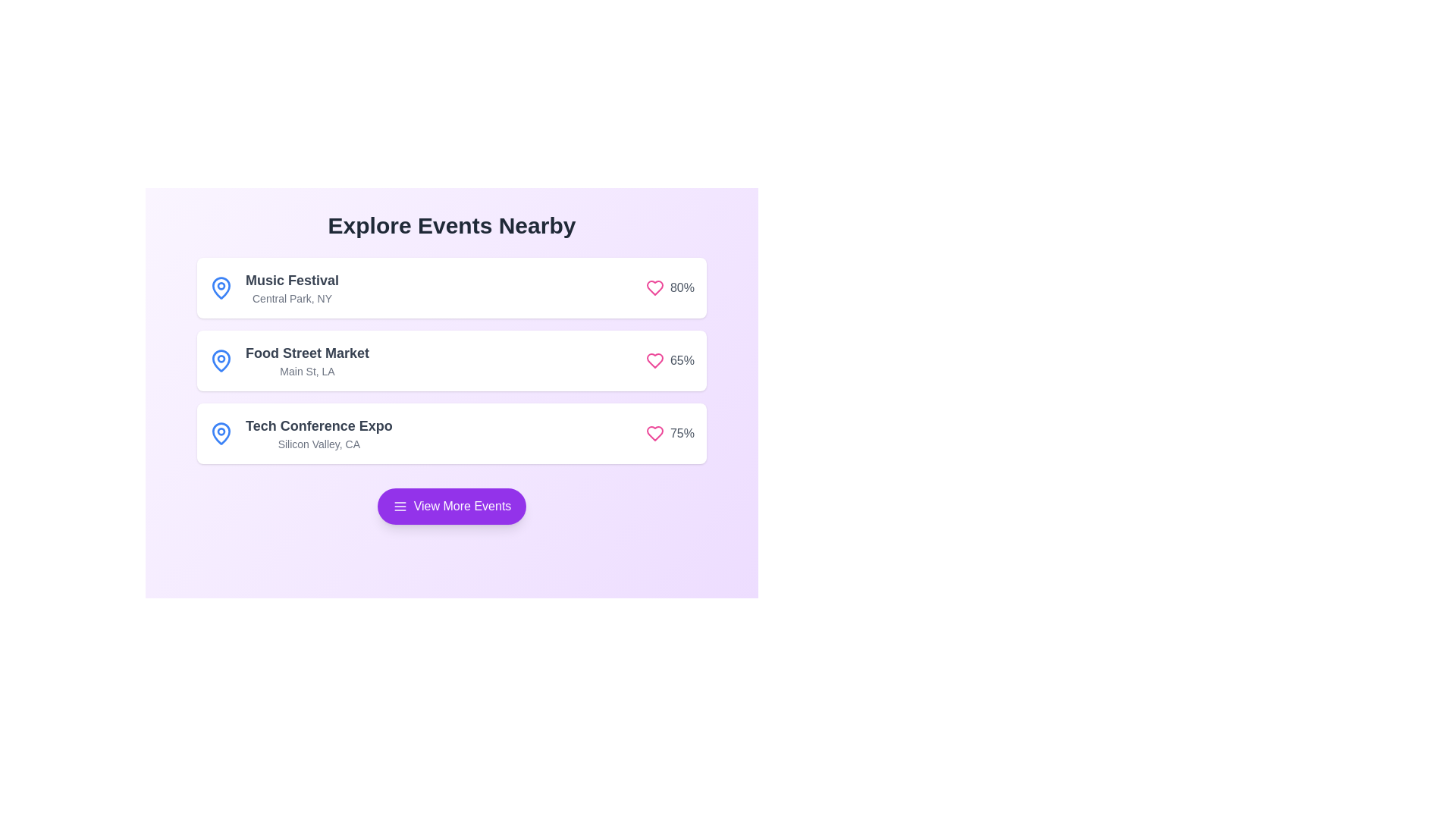 The width and height of the screenshot is (1456, 819). What do you see at coordinates (306, 360) in the screenshot?
I see `the information display element that shows event details for 'Food Street Market' located at 'Main St, LA'` at bounding box center [306, 360].